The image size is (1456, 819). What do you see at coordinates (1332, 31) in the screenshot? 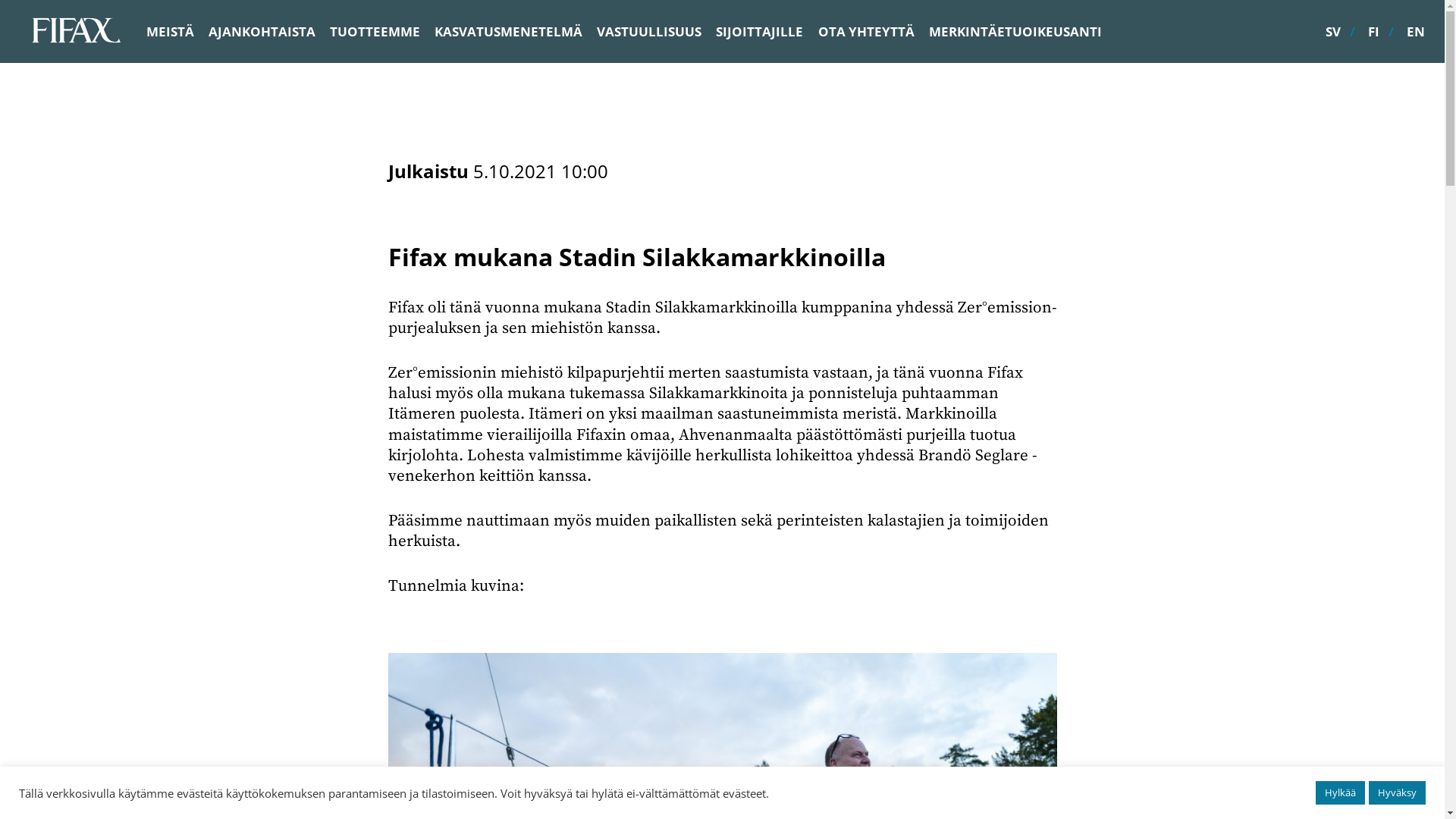
I see `'SV'` at bounding box center [1332, 31].